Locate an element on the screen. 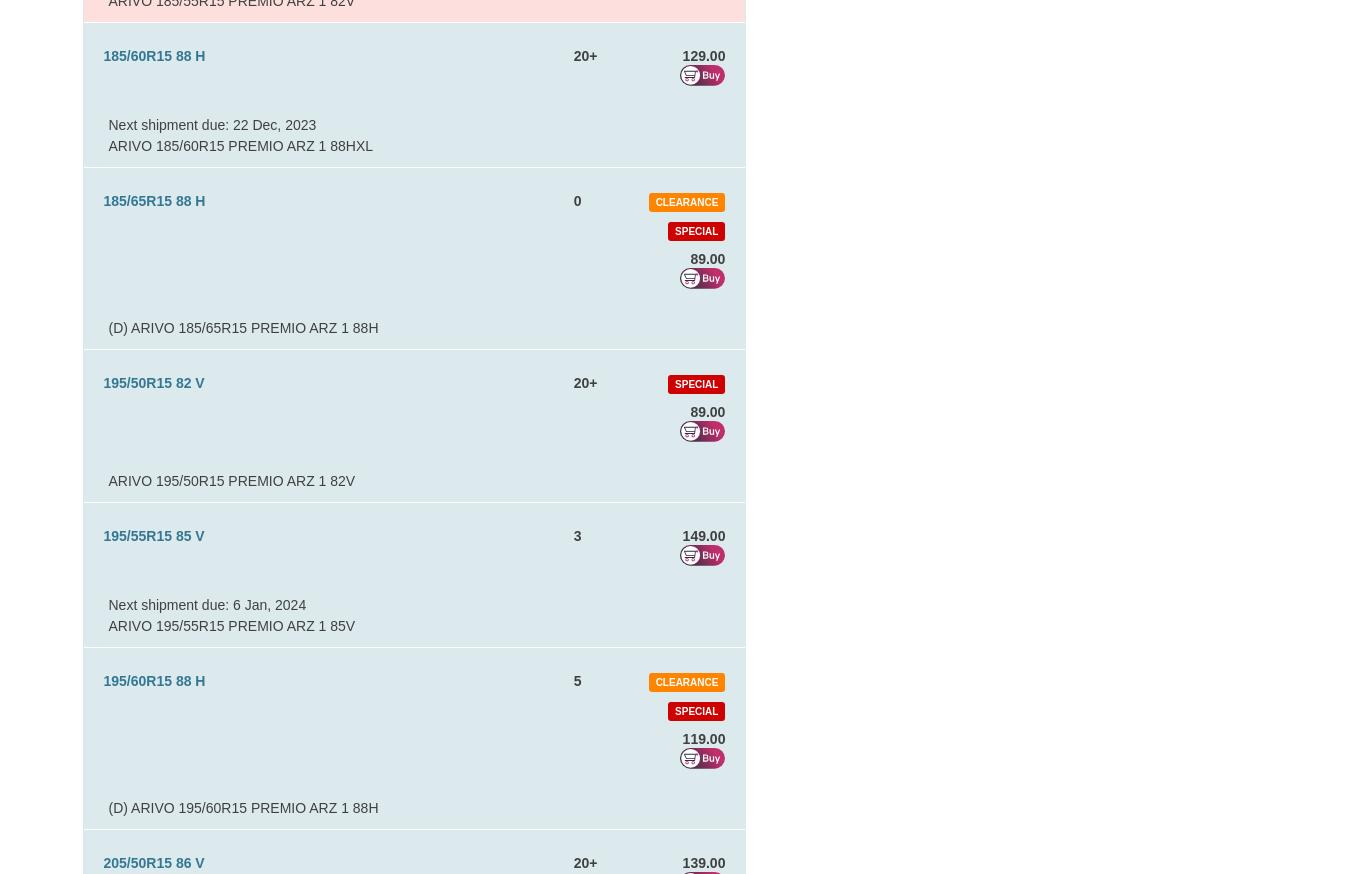 Image resolution: width=1366 pixels, height=874 pixels. '139.00' is located at coordinates (681, 862).